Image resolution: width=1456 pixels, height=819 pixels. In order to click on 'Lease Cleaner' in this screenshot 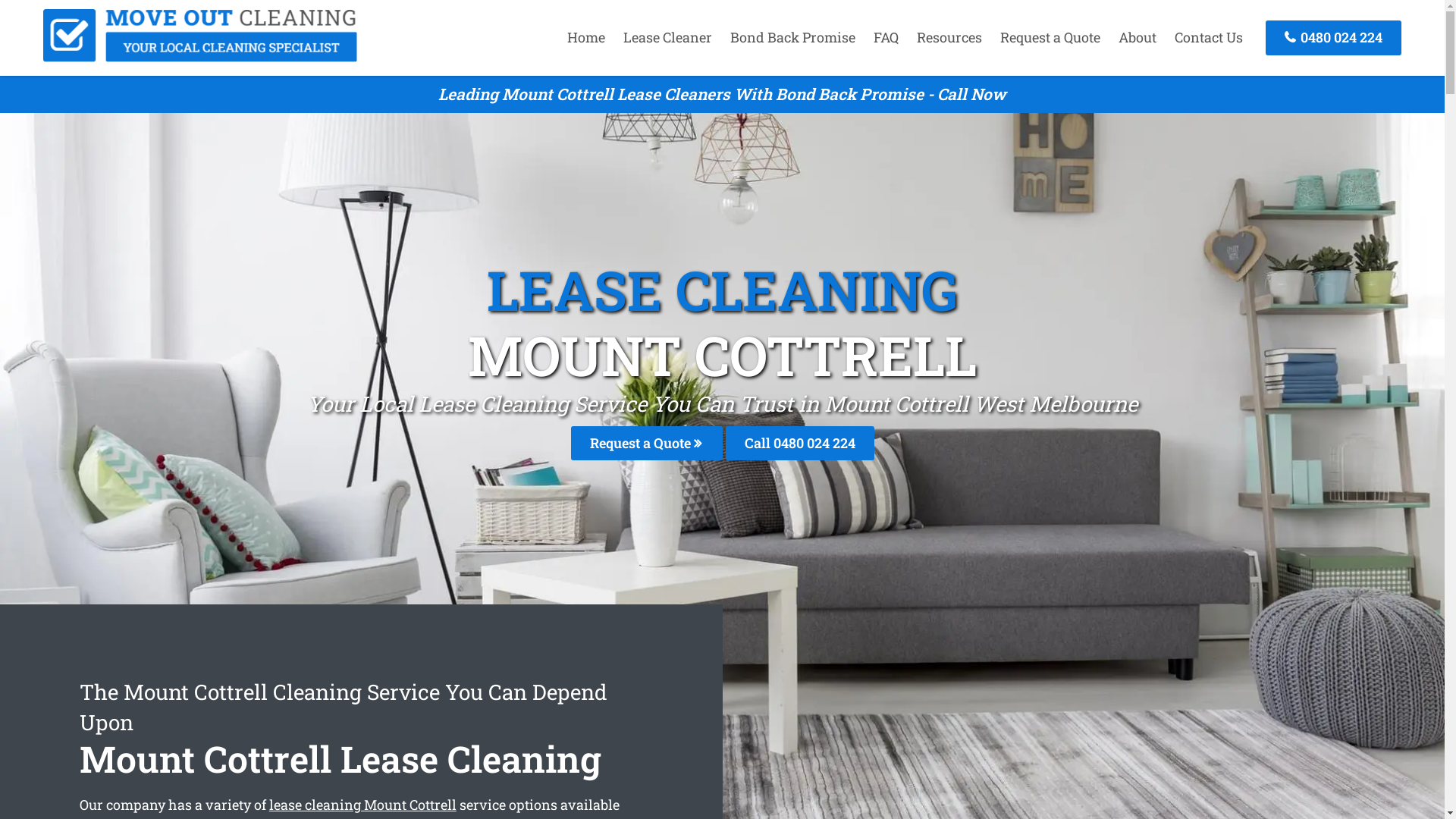, I will do `click(667, 36)`.